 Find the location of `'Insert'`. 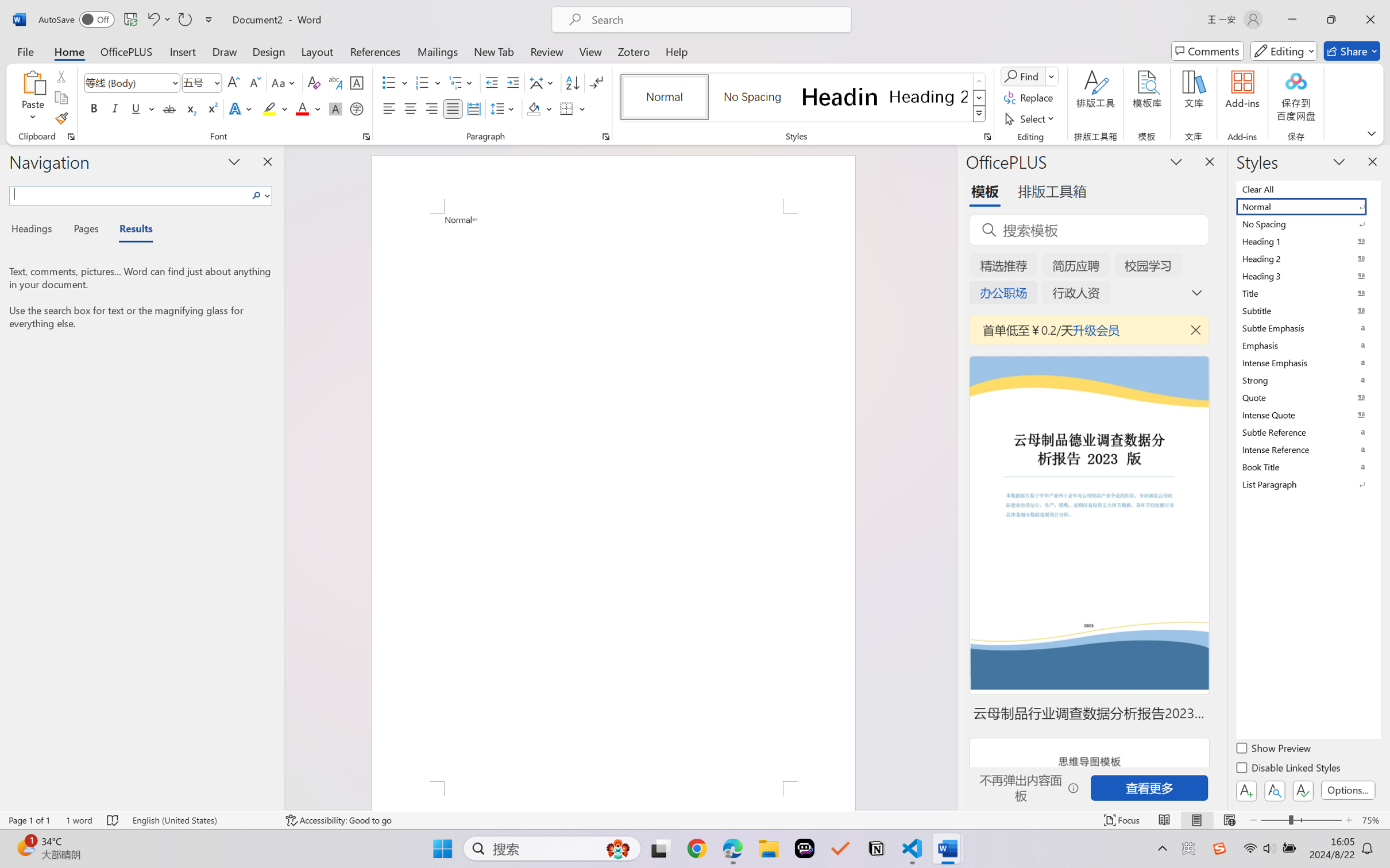

'Insert' is located at coordinates (182, 51).